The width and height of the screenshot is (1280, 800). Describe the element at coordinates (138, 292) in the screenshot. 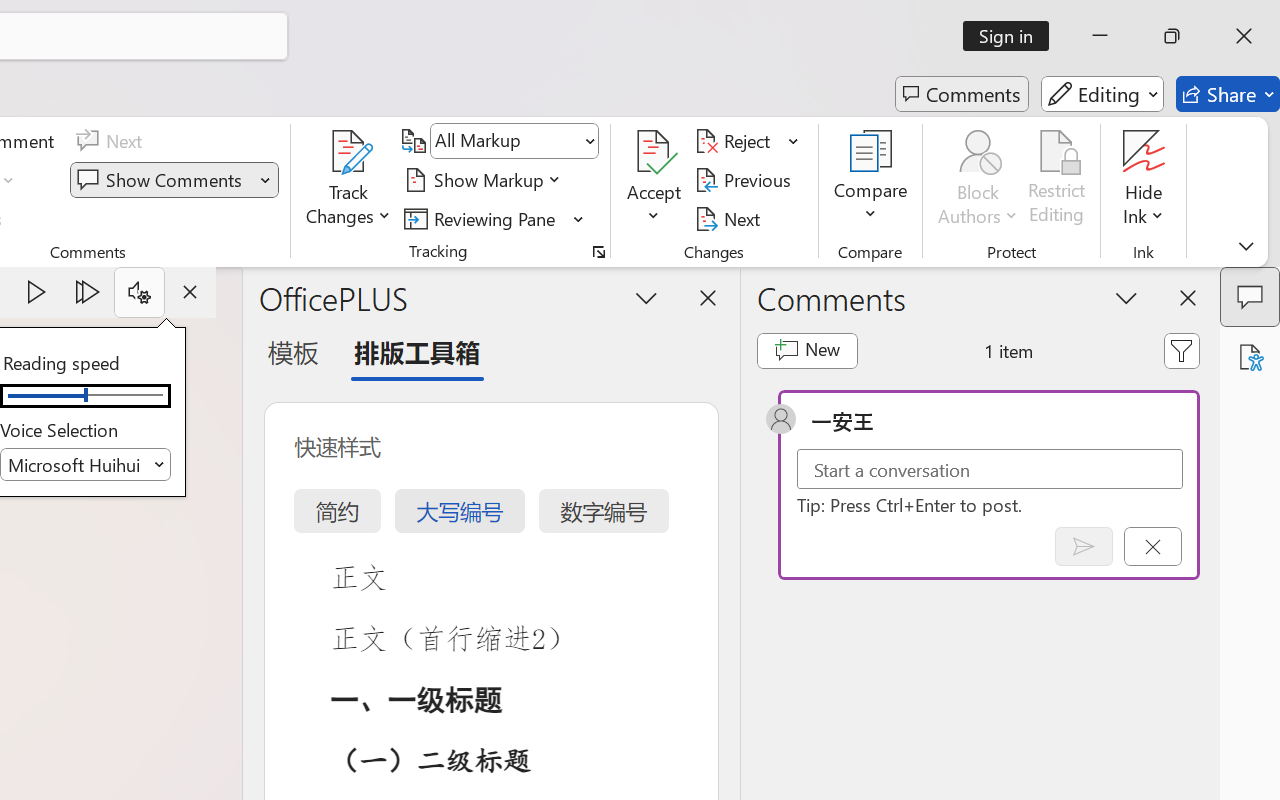

I see `'Settings'` at that location.